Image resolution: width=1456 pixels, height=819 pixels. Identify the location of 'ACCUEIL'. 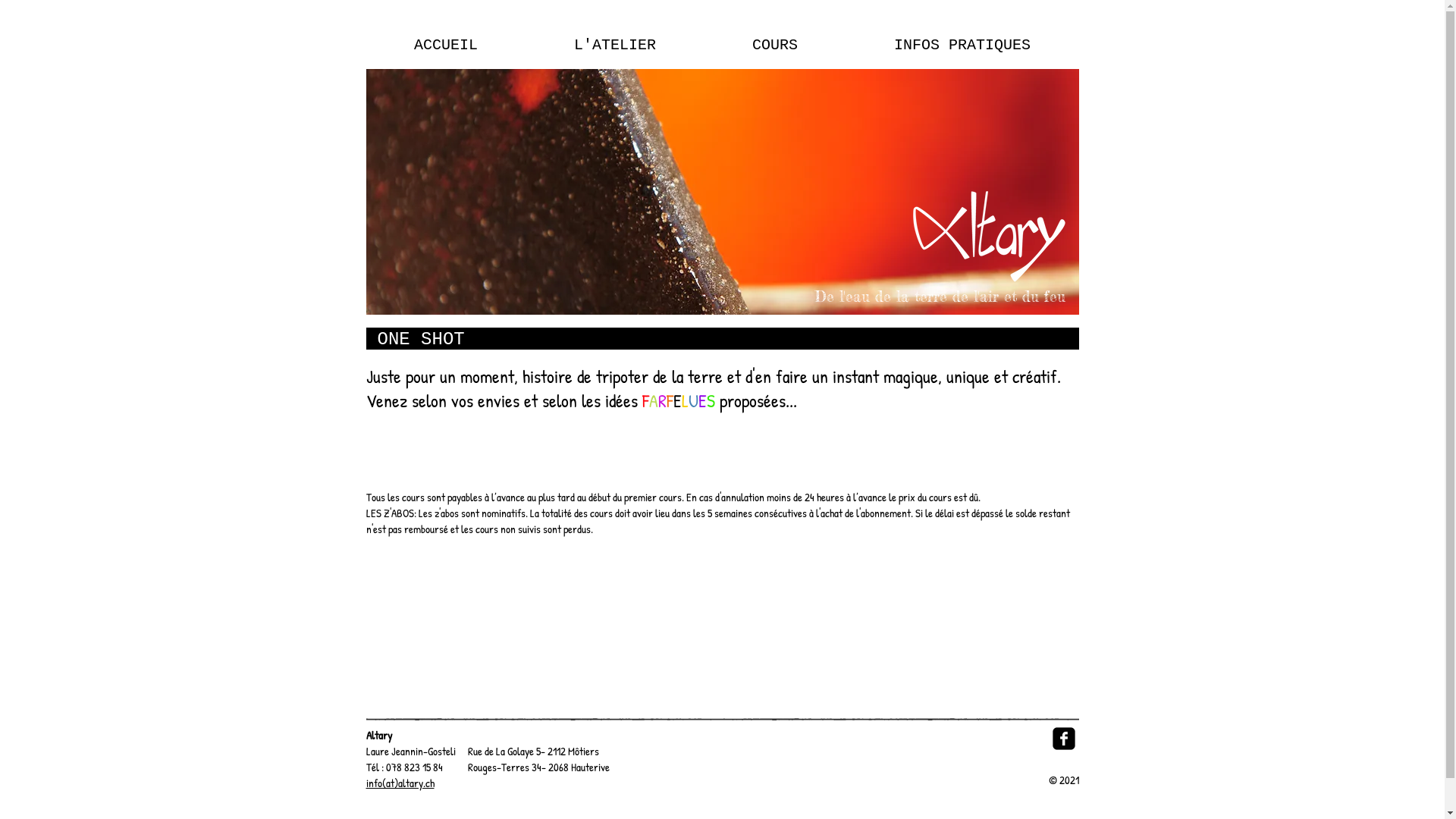
(365, 45).